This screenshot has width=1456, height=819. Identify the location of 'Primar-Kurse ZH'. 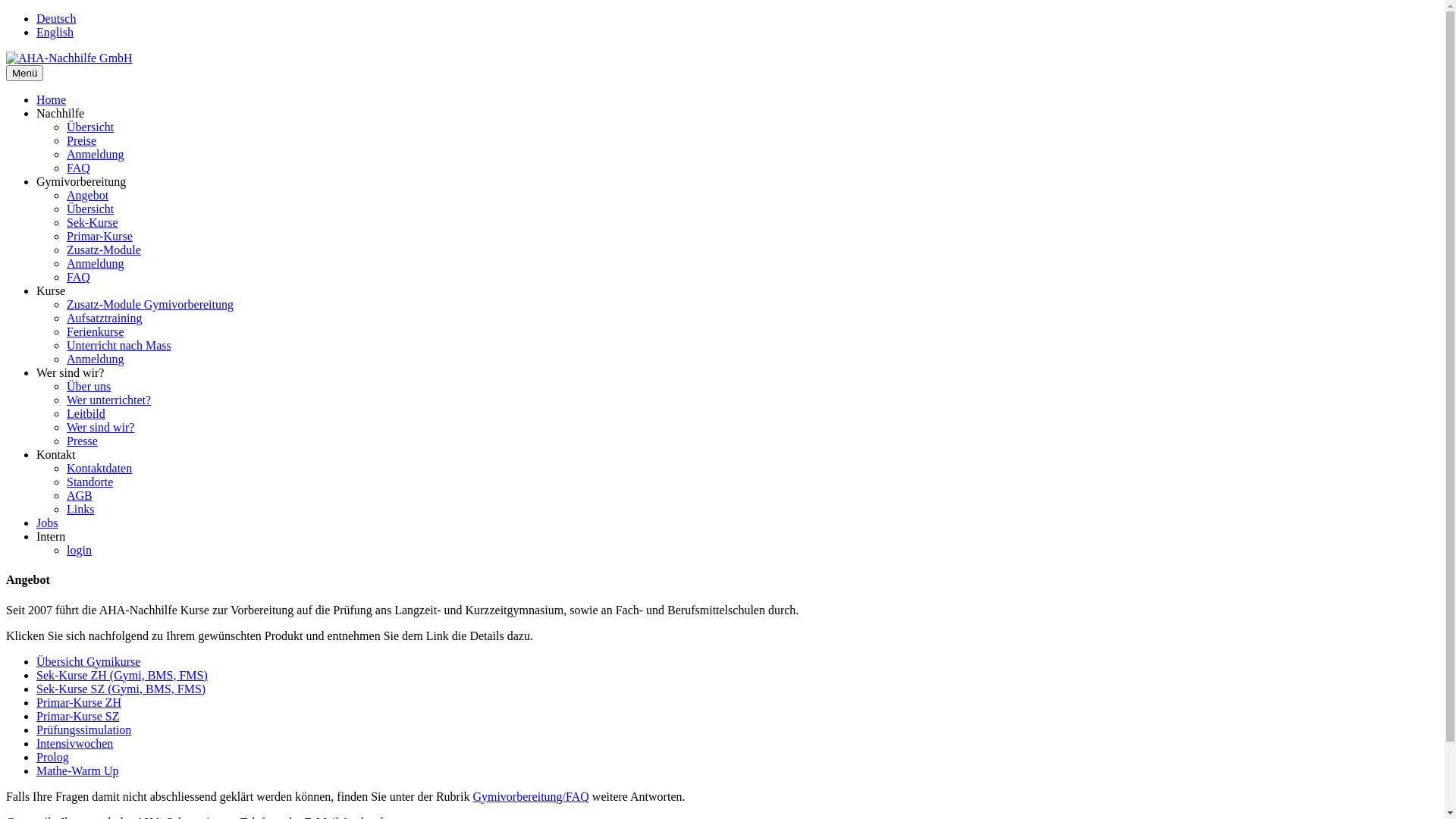
(78, 702).